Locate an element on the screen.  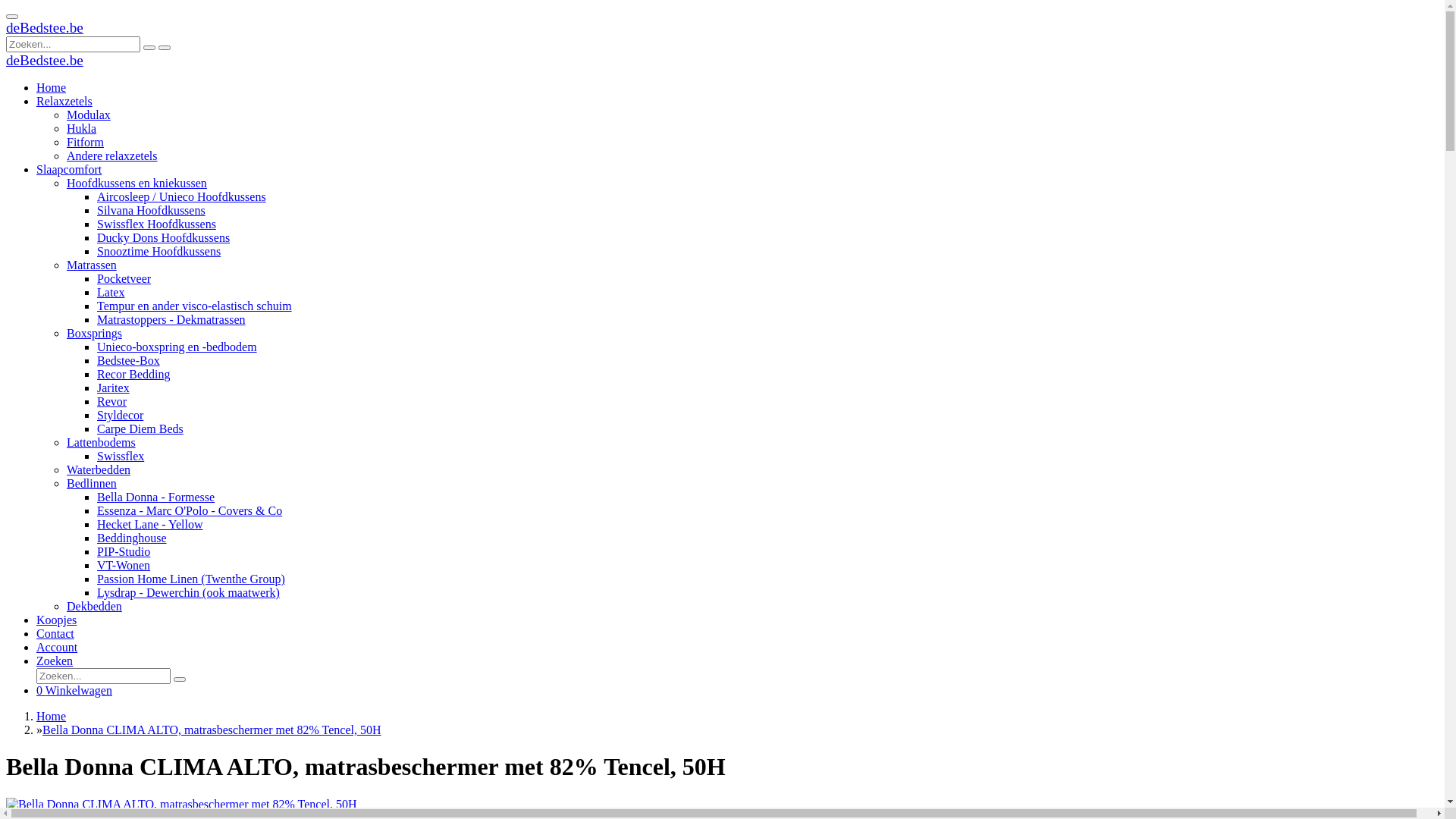
'Relaxzetels' is located at coordinates (64, 101).